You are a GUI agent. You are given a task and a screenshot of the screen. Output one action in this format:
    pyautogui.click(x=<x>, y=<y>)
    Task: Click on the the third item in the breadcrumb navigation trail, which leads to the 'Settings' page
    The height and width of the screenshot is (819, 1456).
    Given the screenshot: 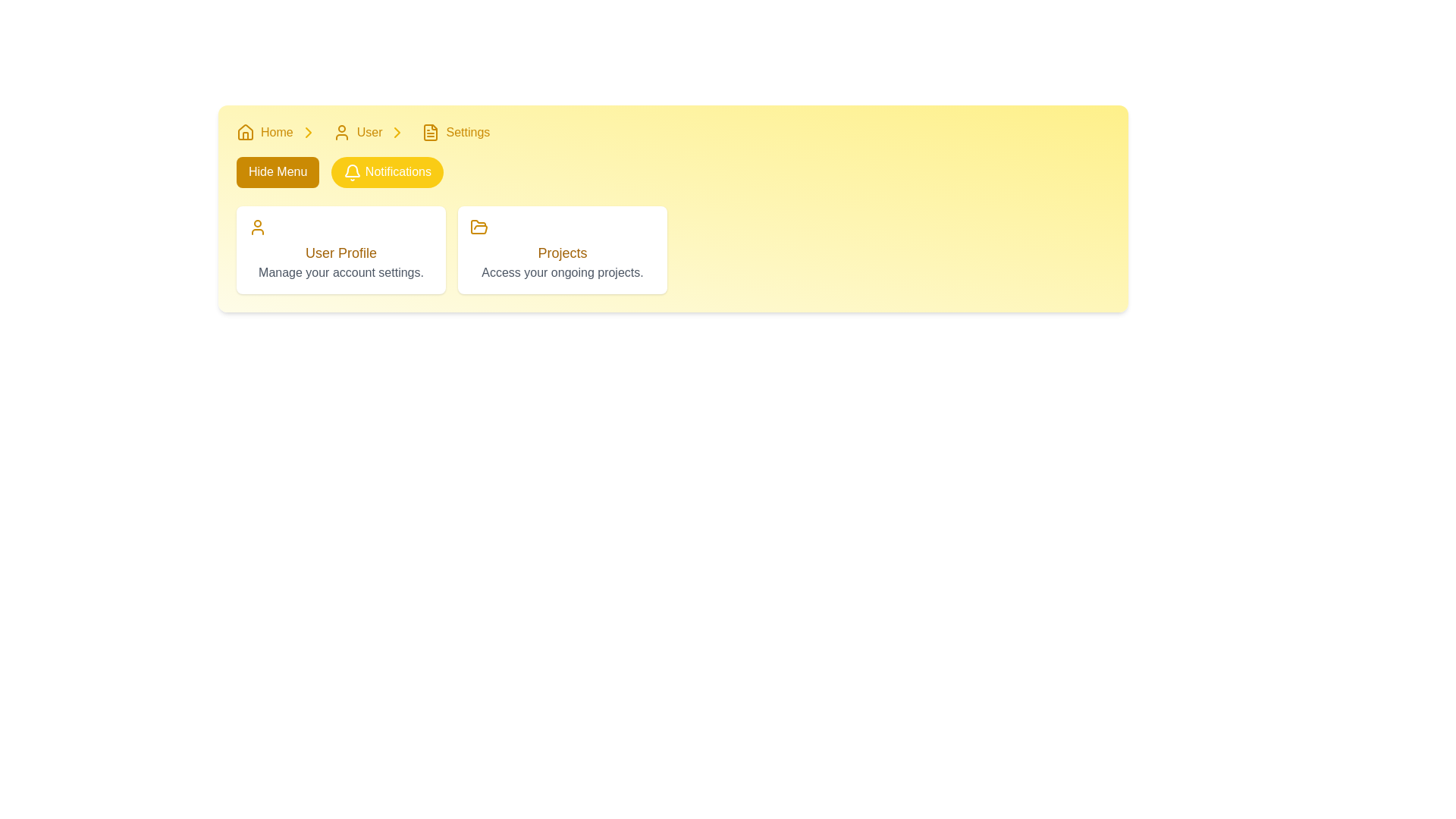 What is the action you would take?
    pyautogui.click(x=455, y=131)
    